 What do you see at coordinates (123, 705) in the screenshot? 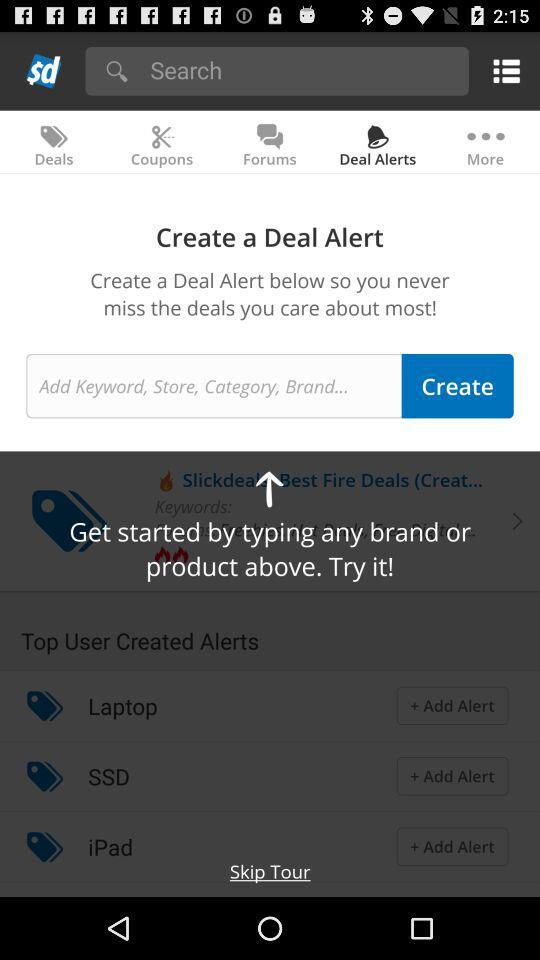
I see `icon below top user created icon` at bounding box center [123, 705].